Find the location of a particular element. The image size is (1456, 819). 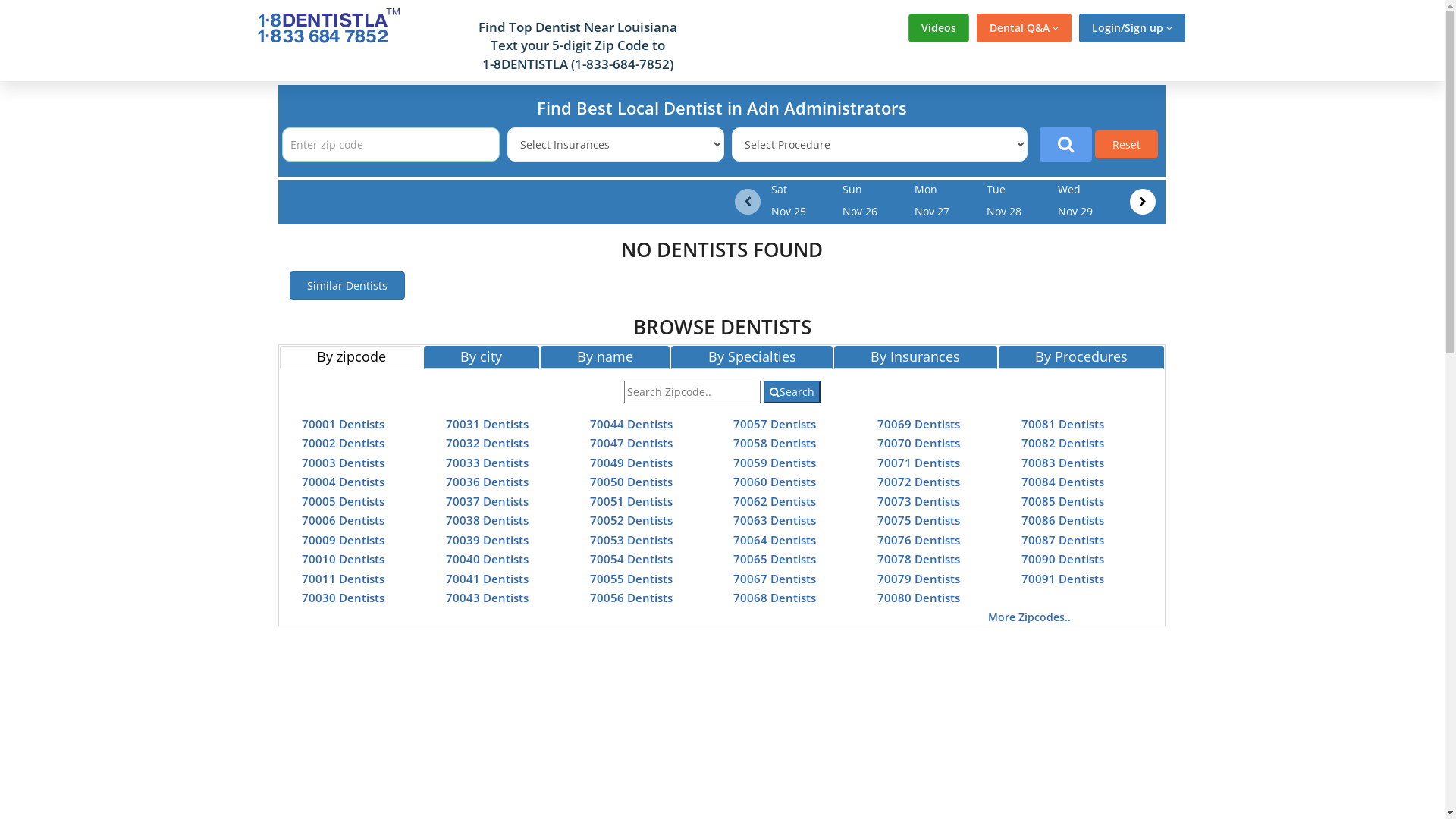

'70040 Dentists' is located at coordinates (445, 558).